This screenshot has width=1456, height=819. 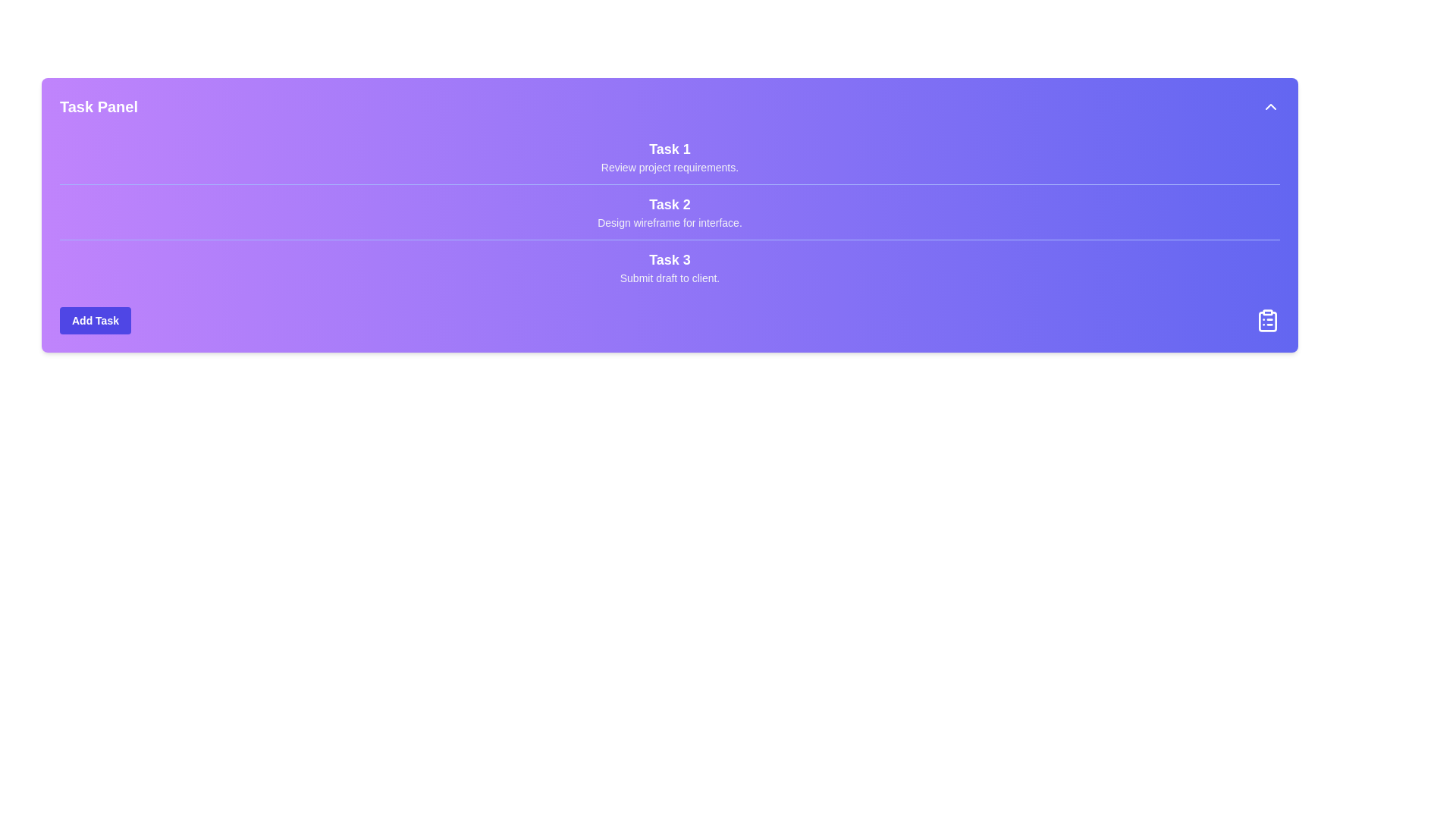 I want to click on the text label heading displaying 'Task 1' to possibly reveal additional options, so click(x=669, y=149).